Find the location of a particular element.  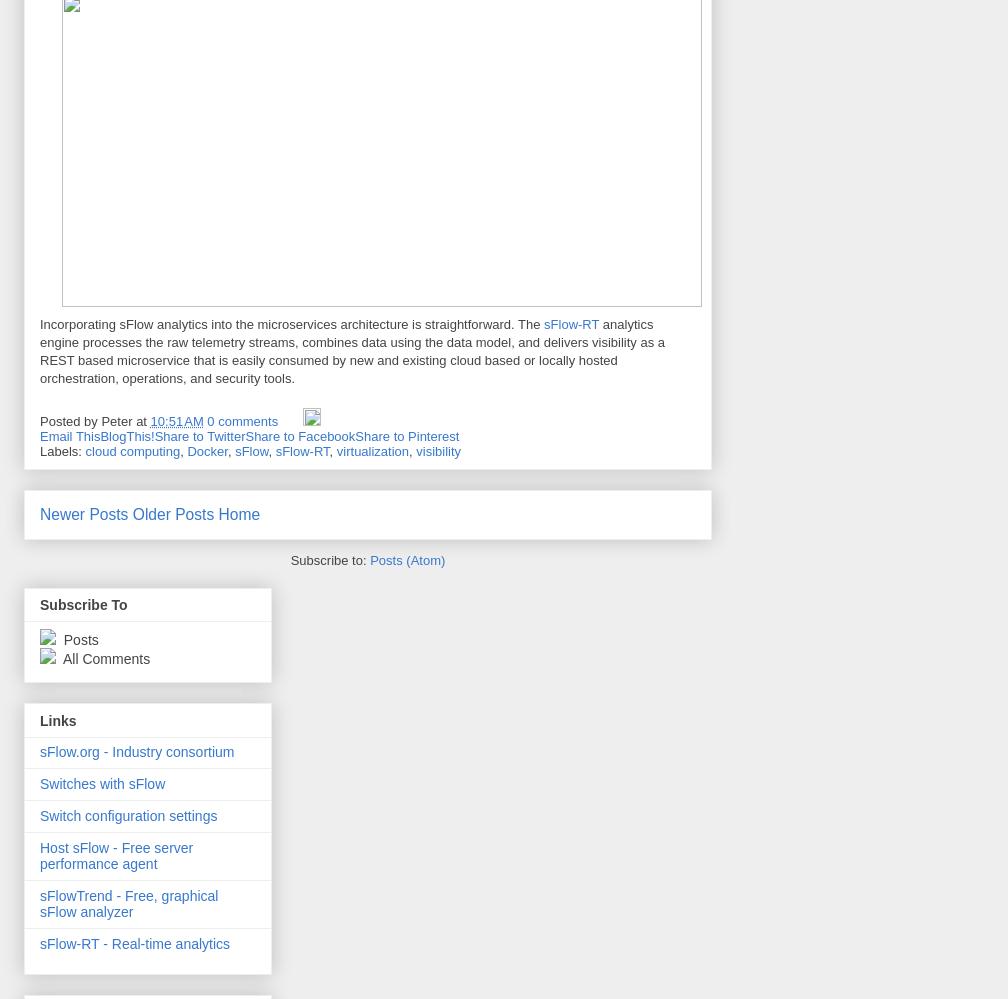

'Docker' is located at coordinates (186, 451).